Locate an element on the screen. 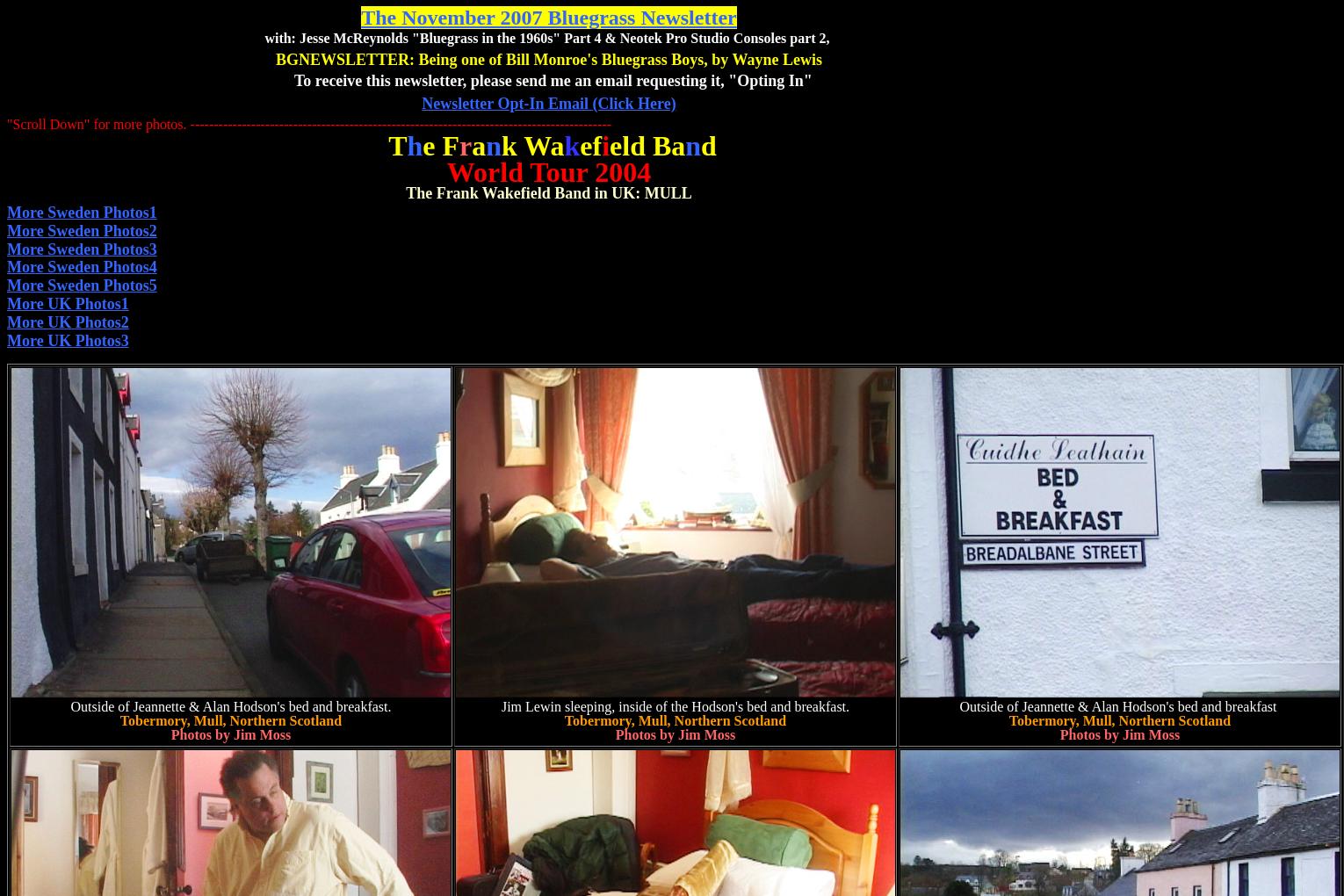  'd' is located at coordinates (708, 145).